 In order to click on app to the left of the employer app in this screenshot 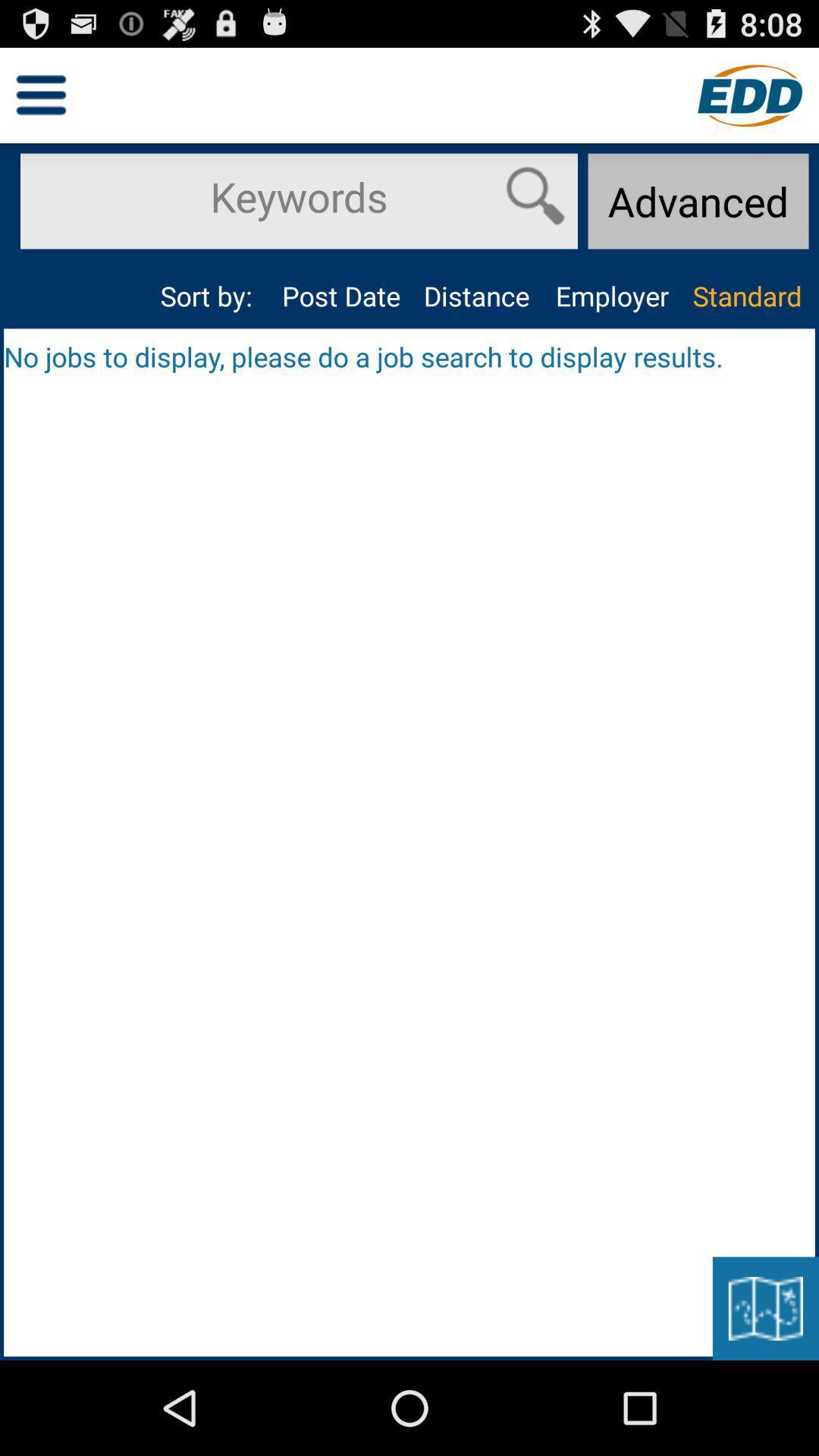, I will do `click(475, 296)`.